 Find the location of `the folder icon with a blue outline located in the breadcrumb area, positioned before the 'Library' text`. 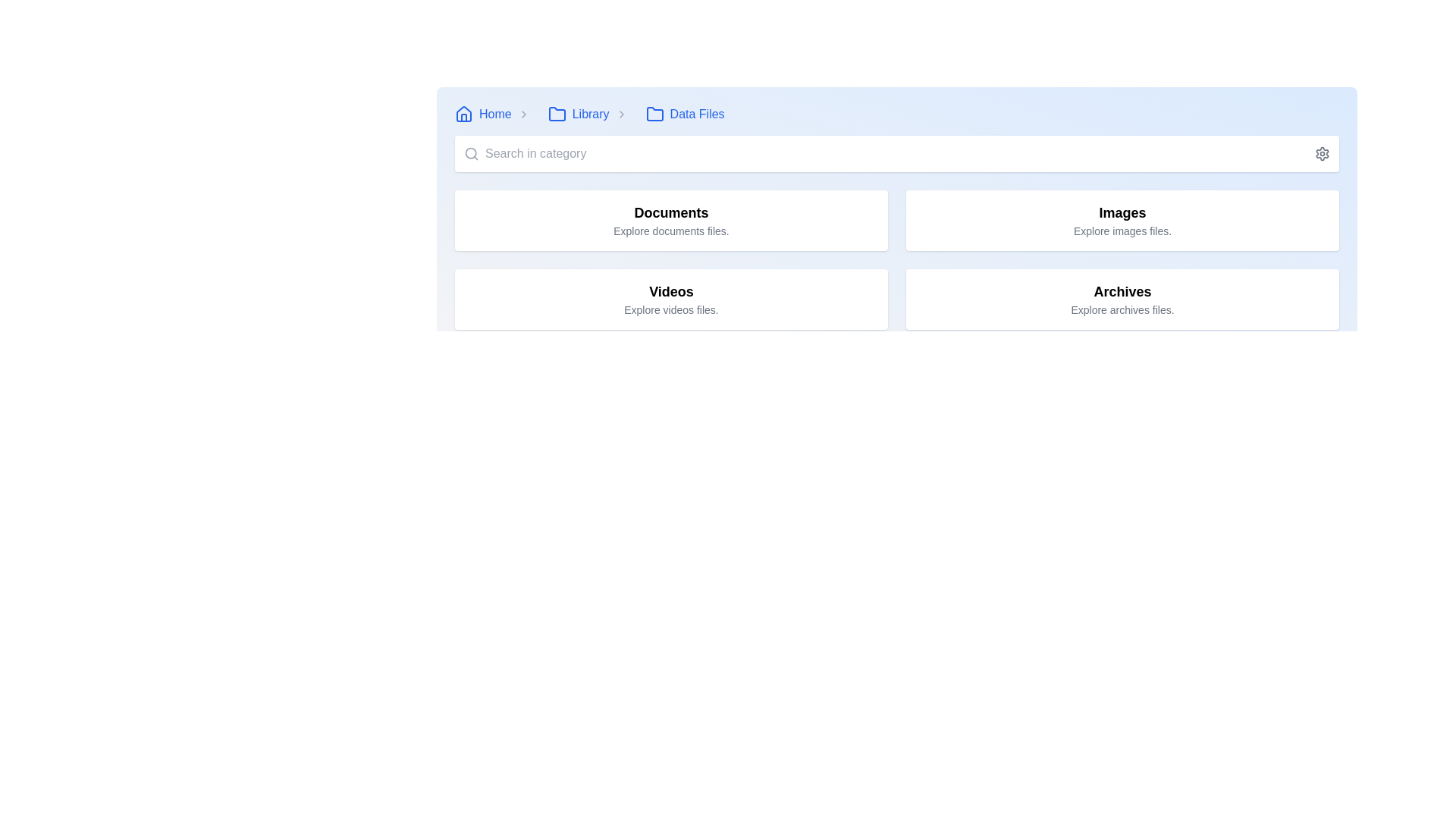

the folder icon with a blue outline located in the breadcrumb area, positioned before the 'Library' text is located at coordinates (556, 113).